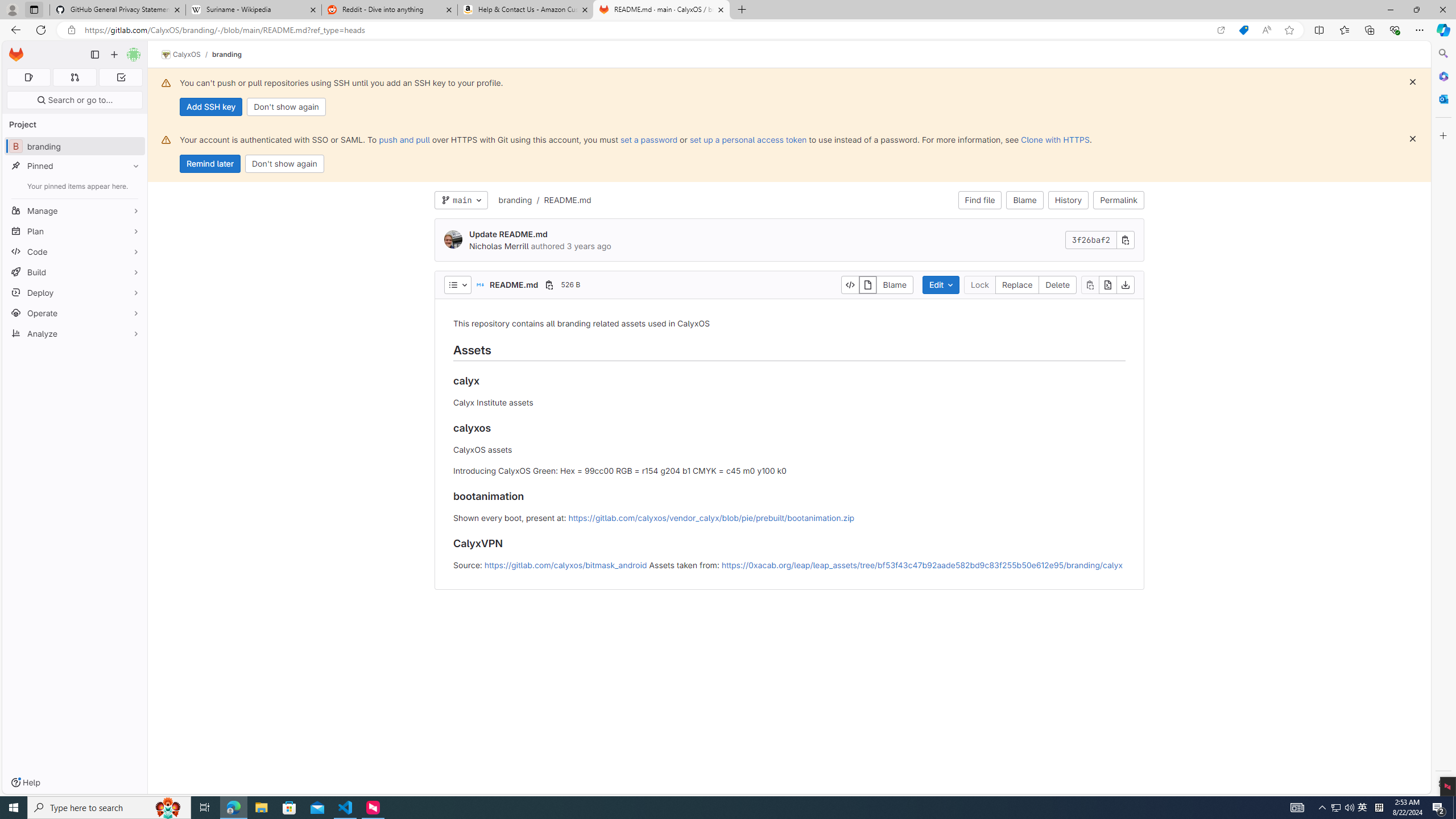 This screenshot has height=819, width=1456. What do you see at coordinates (180, 54) in the screenshot?
I see `'CalyxOS'` at bounding box center [180, 54].